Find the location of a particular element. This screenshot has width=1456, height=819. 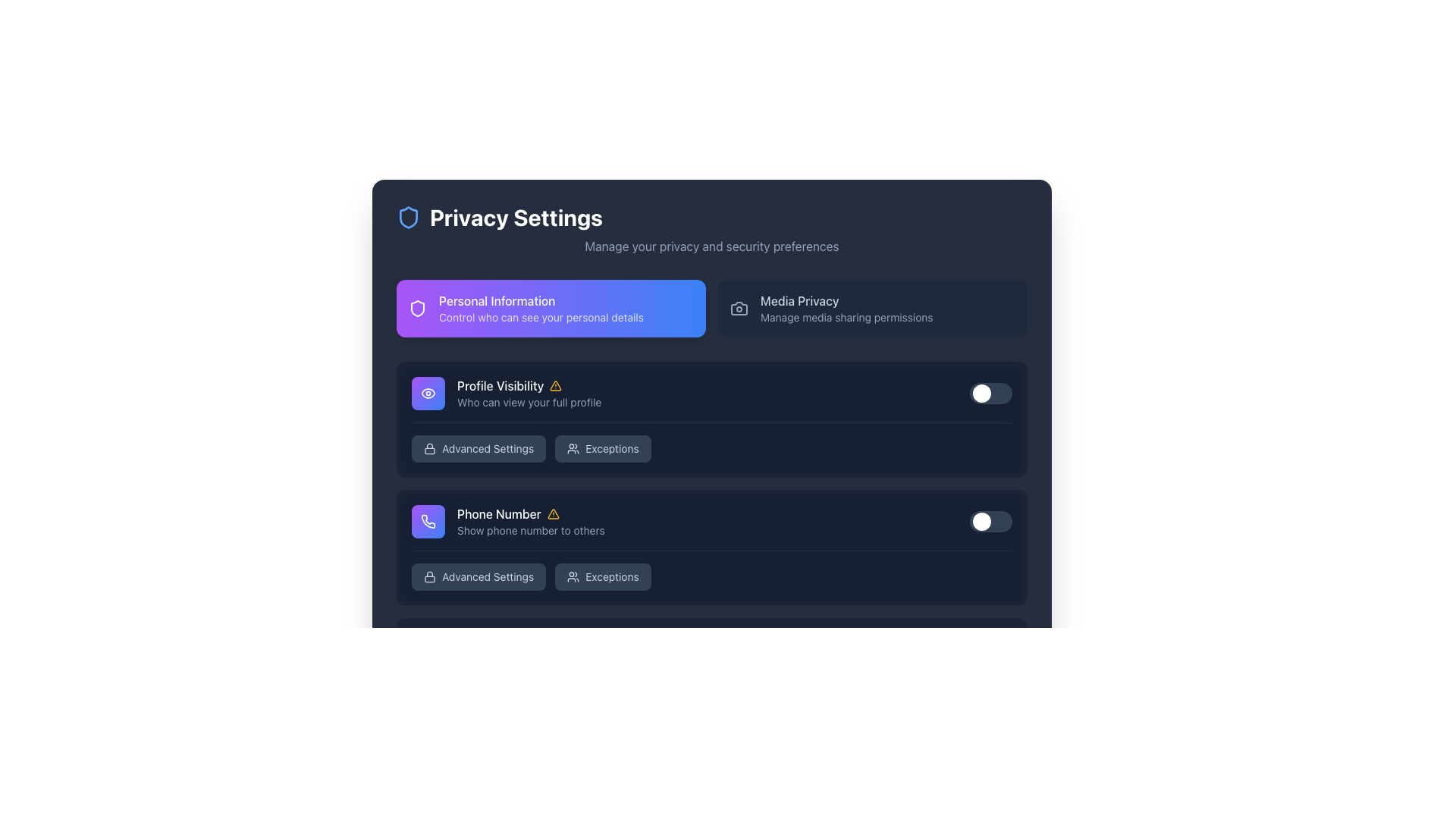

the 'Exceptions' button, which has a rounded rectangle shape and is located to the right of the 'Advanced Settings' button is located at coordinates (602, 576).